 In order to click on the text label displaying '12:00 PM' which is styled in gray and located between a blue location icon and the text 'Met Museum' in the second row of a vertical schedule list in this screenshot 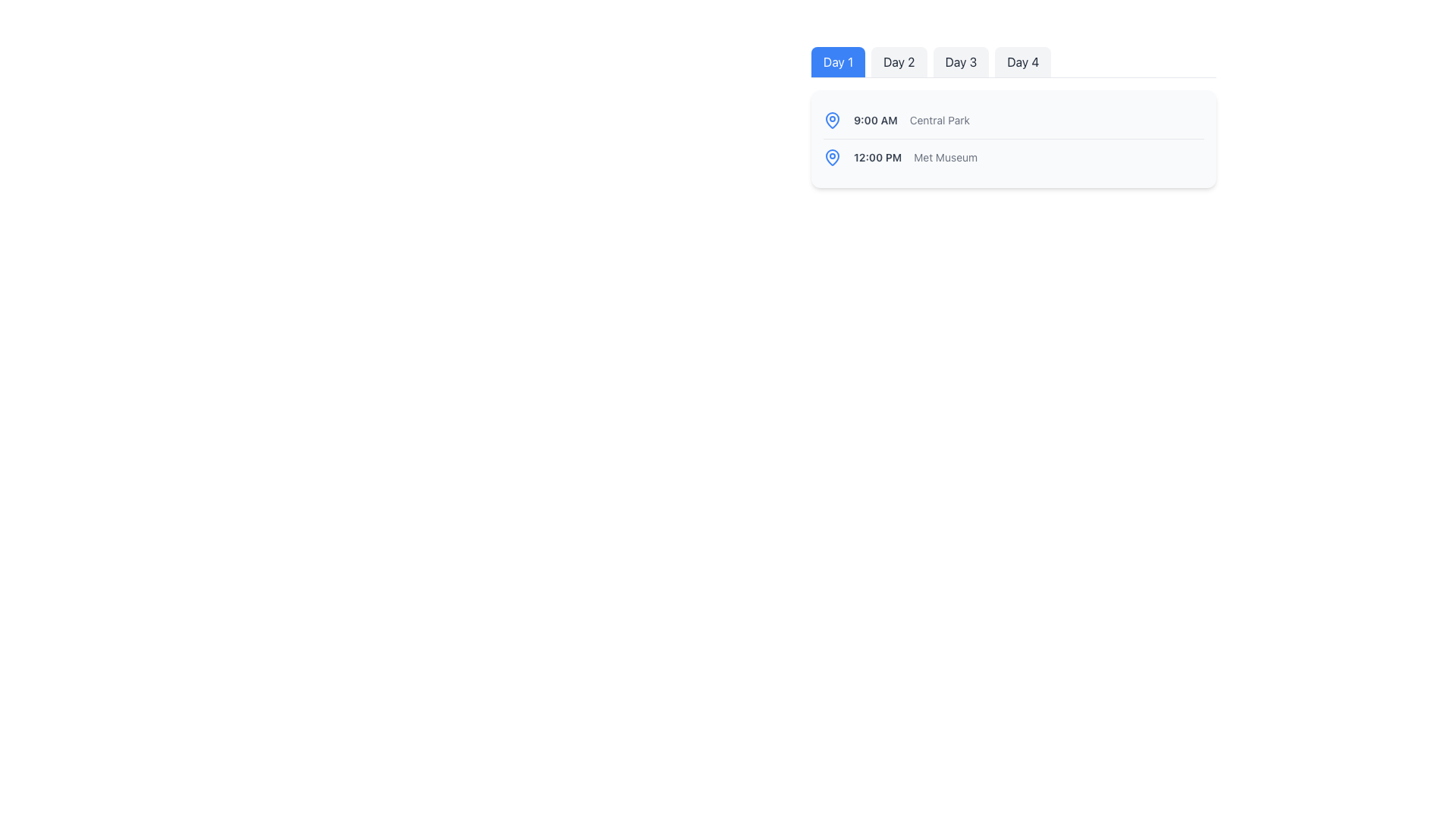, I will do `click(877, 158)`.